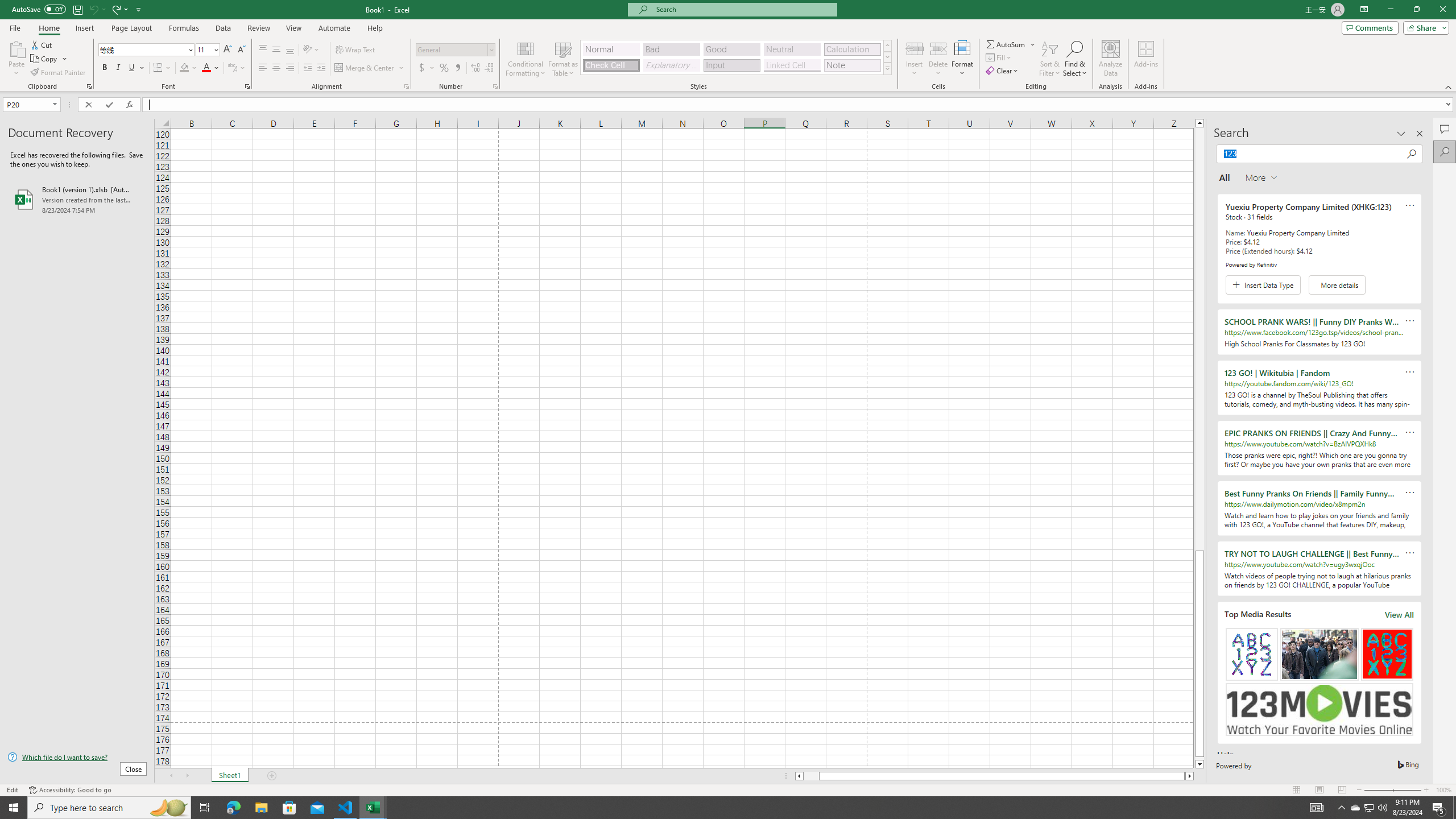  I want to click on 'Cell Styles', so click(887, 68).